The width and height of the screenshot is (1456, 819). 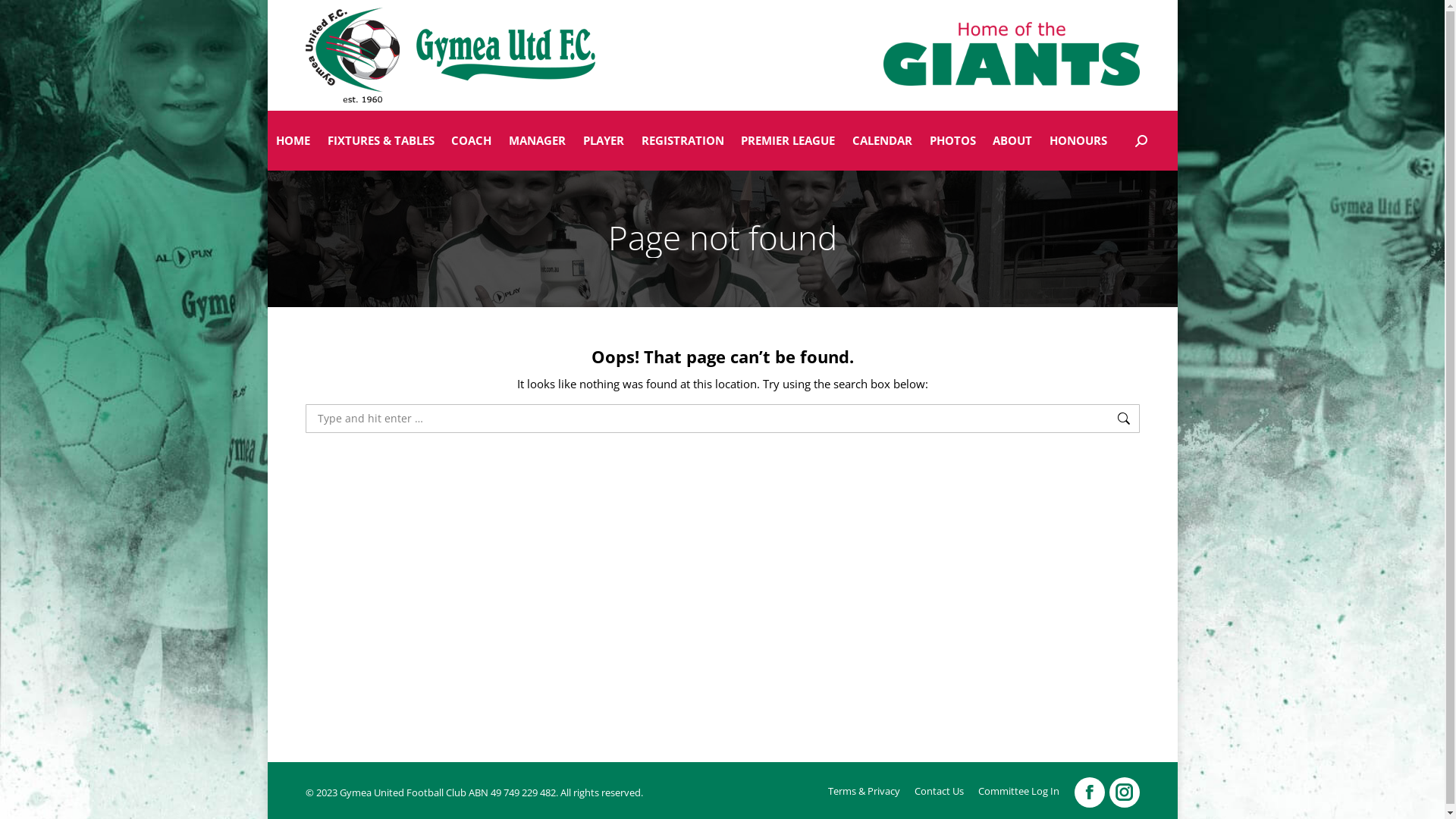 What do you see at coordinates (952, 140) in the screenshot?
I see `'PHOTOS'` at bounding box center [952, 140].